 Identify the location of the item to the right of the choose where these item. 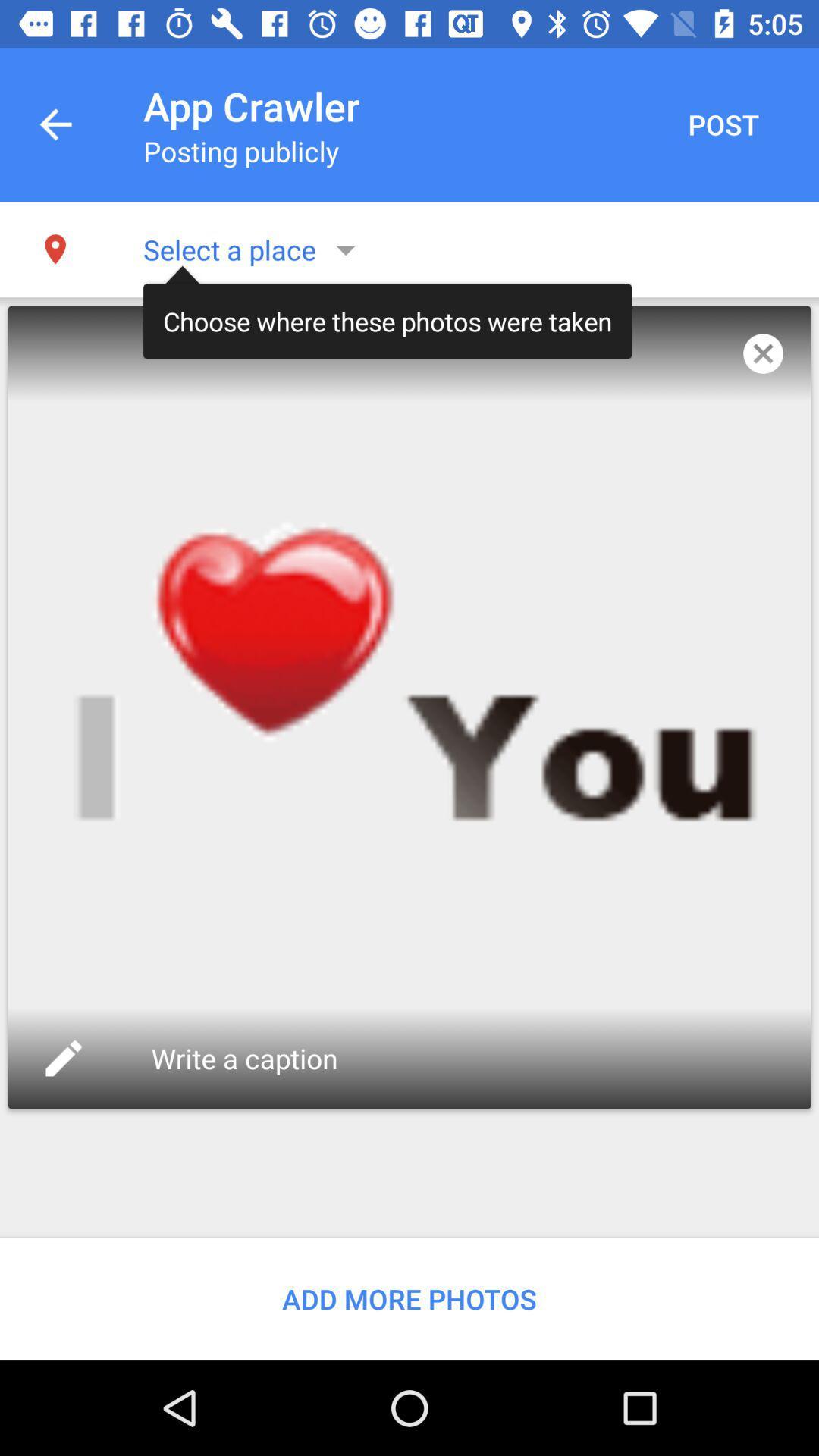
(763, 353).